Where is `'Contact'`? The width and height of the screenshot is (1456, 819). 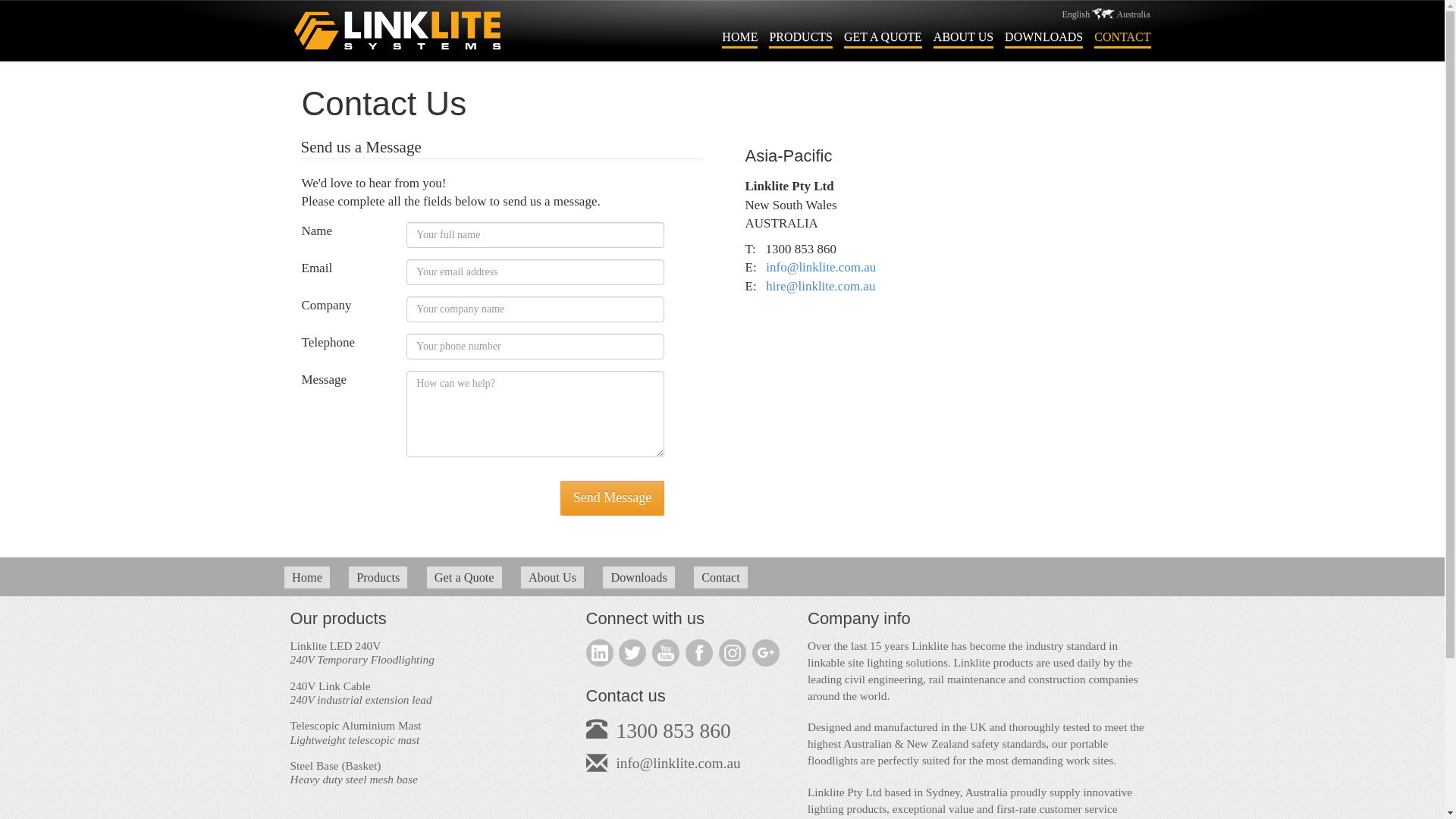
'Contact' is located at coordinates (693, 577).